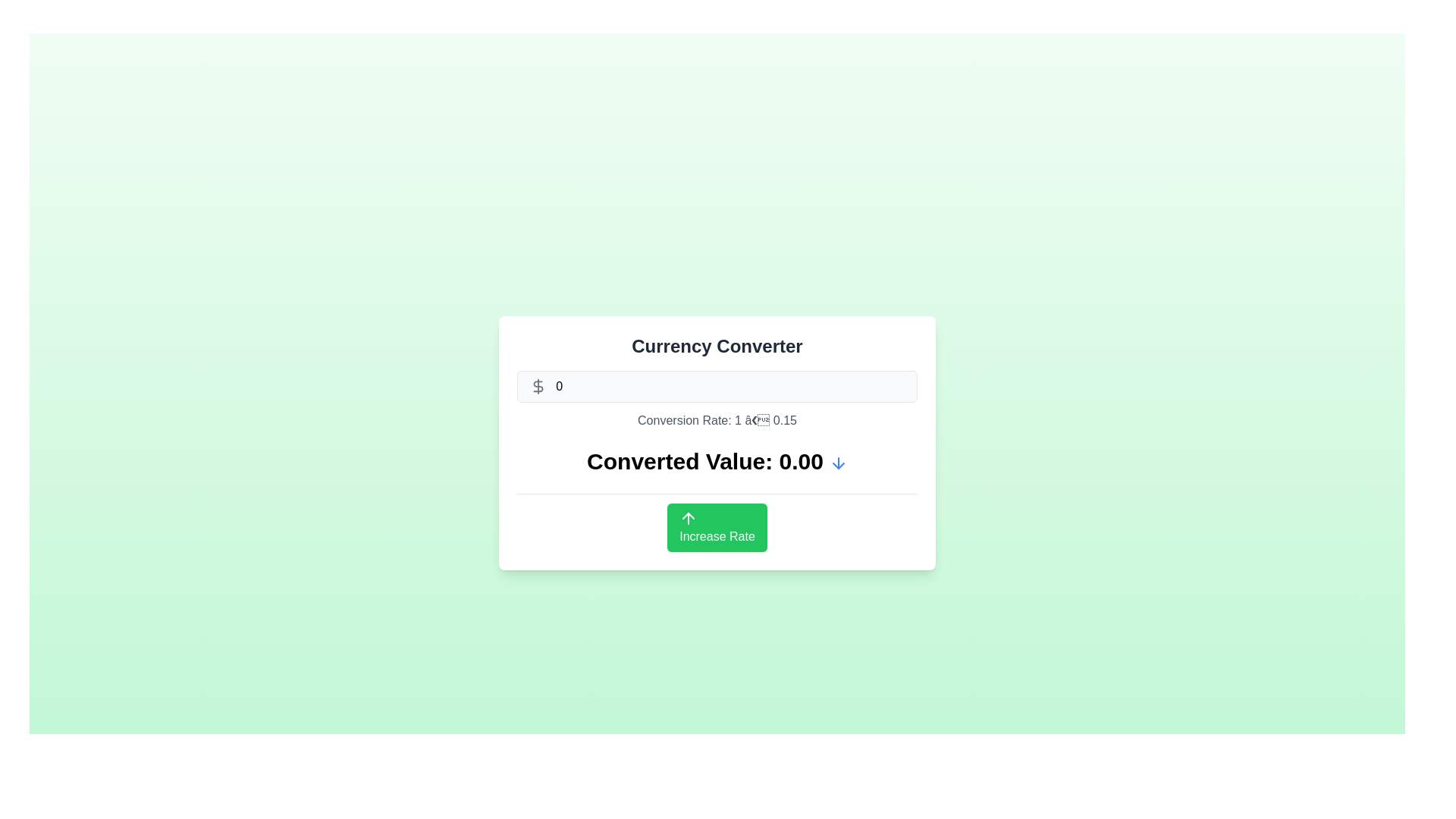  I want to click on the arrow icon located in the top section of the green 'Increase Rate' button, which is centered horizontally and positioned above the label text inside the button, so click(687, 516).